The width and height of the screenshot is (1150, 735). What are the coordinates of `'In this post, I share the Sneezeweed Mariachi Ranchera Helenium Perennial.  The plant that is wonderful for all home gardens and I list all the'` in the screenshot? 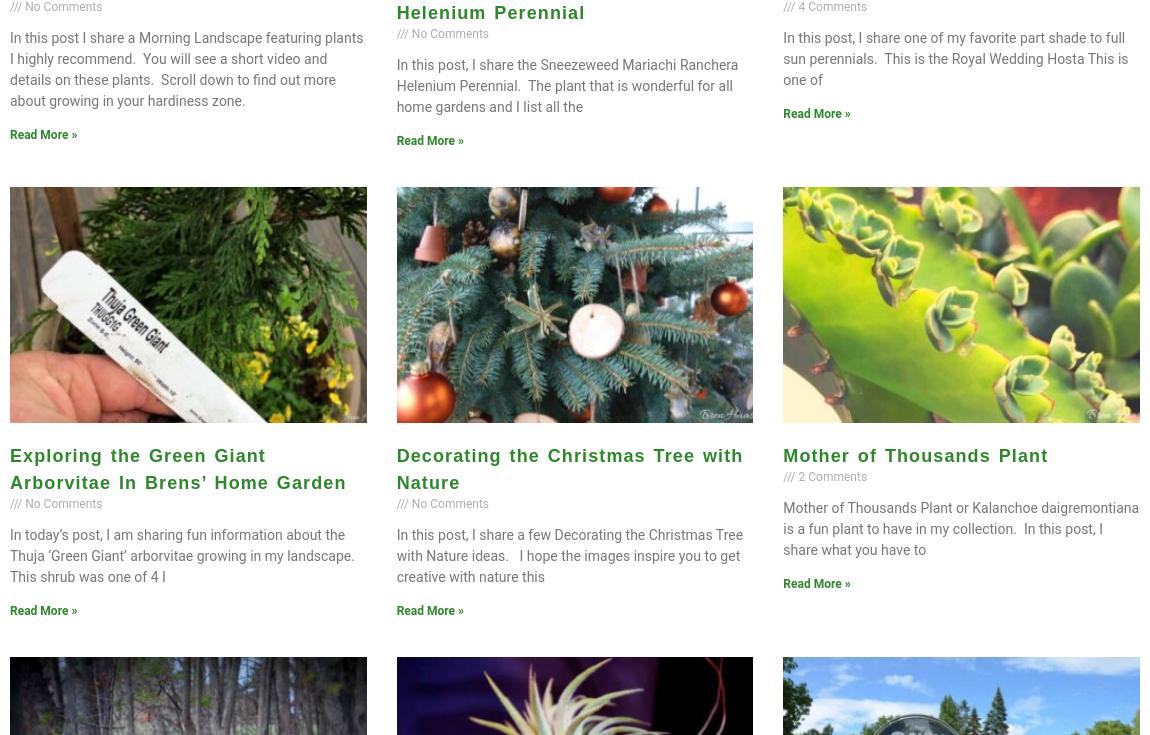 It's located at (566, 85).